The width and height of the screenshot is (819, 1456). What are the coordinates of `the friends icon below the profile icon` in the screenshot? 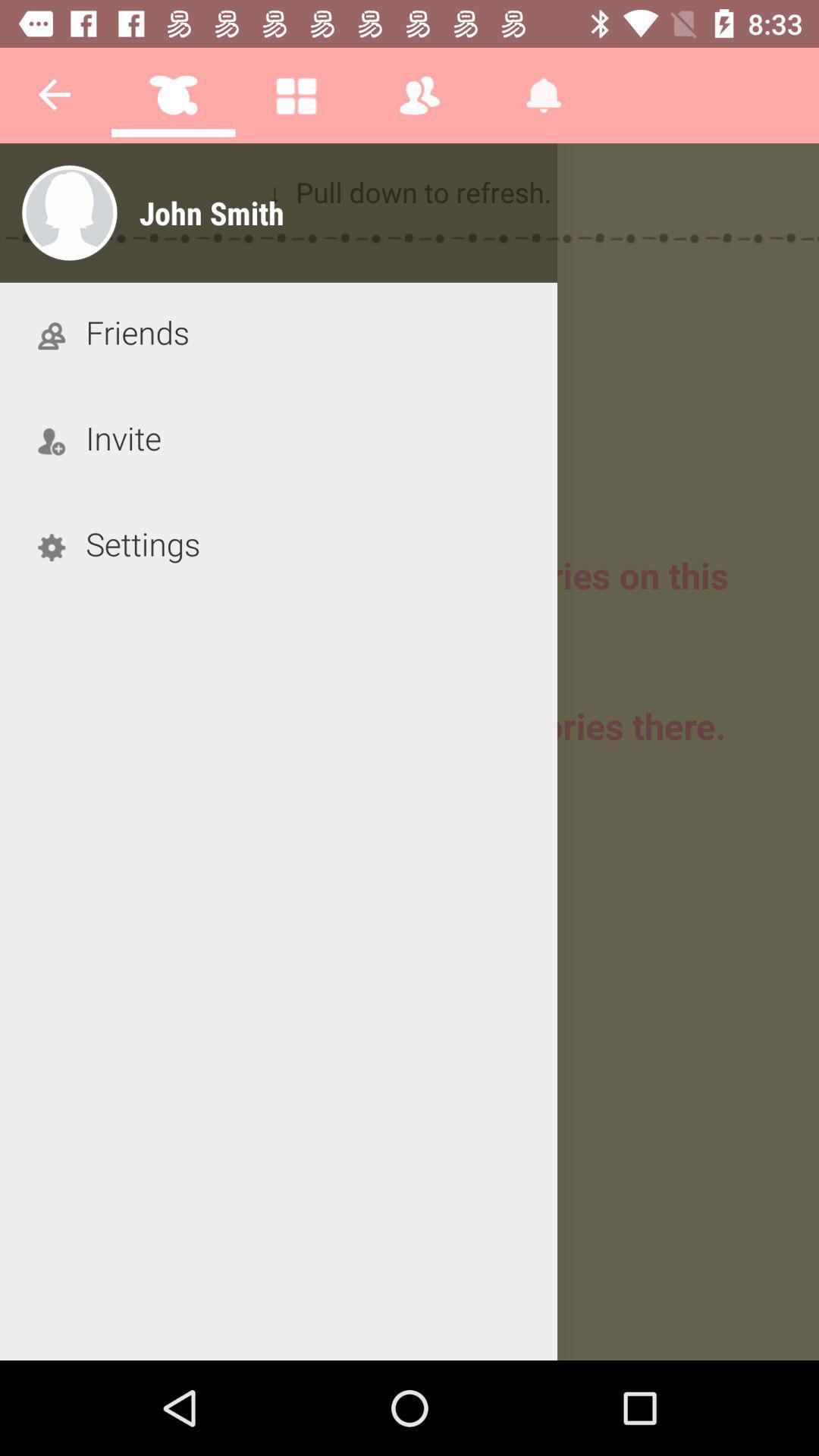 It's located at (51, 334).